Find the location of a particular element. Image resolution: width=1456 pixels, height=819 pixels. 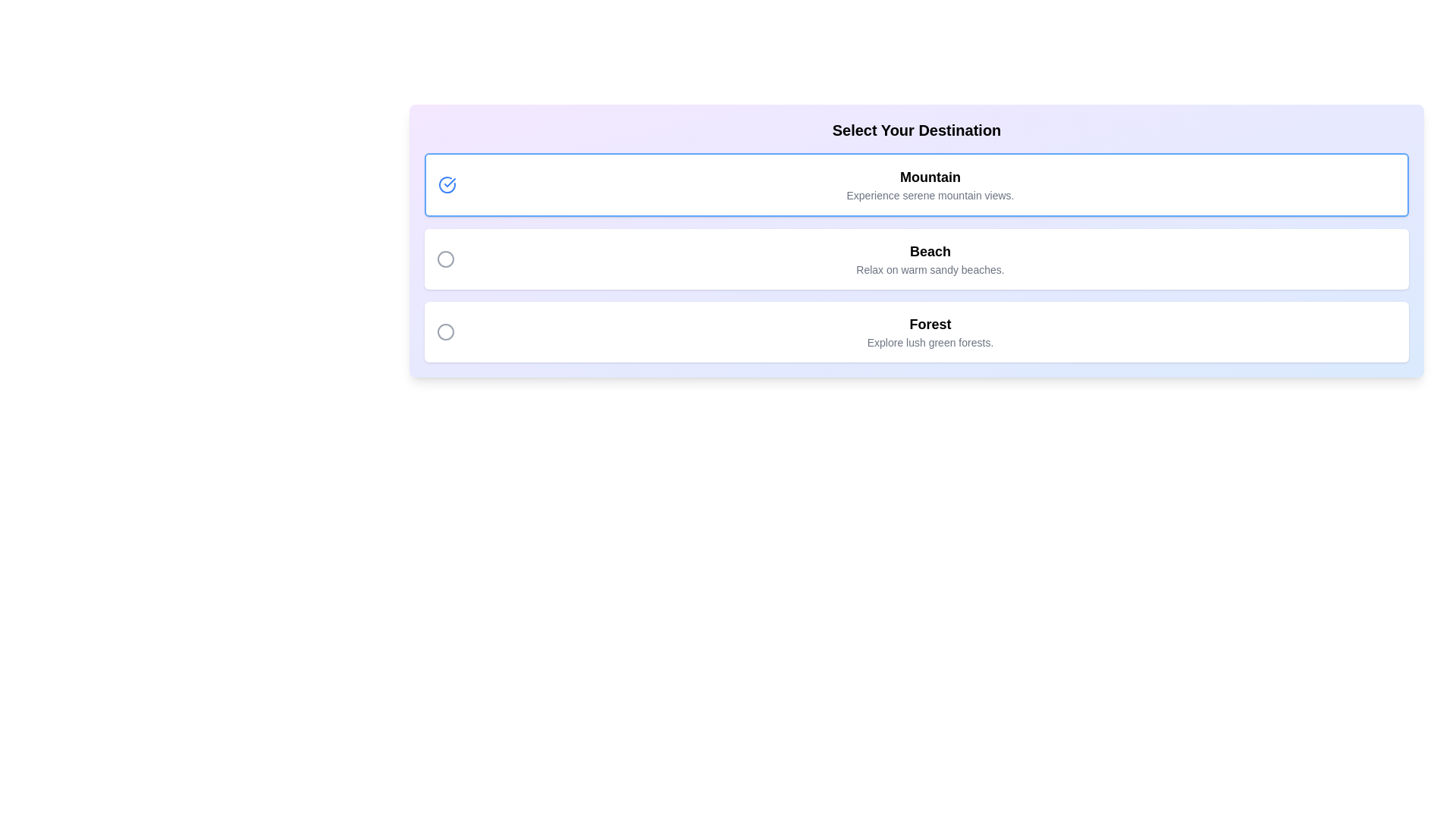

the selectable card is located at coordinates (916, 184).